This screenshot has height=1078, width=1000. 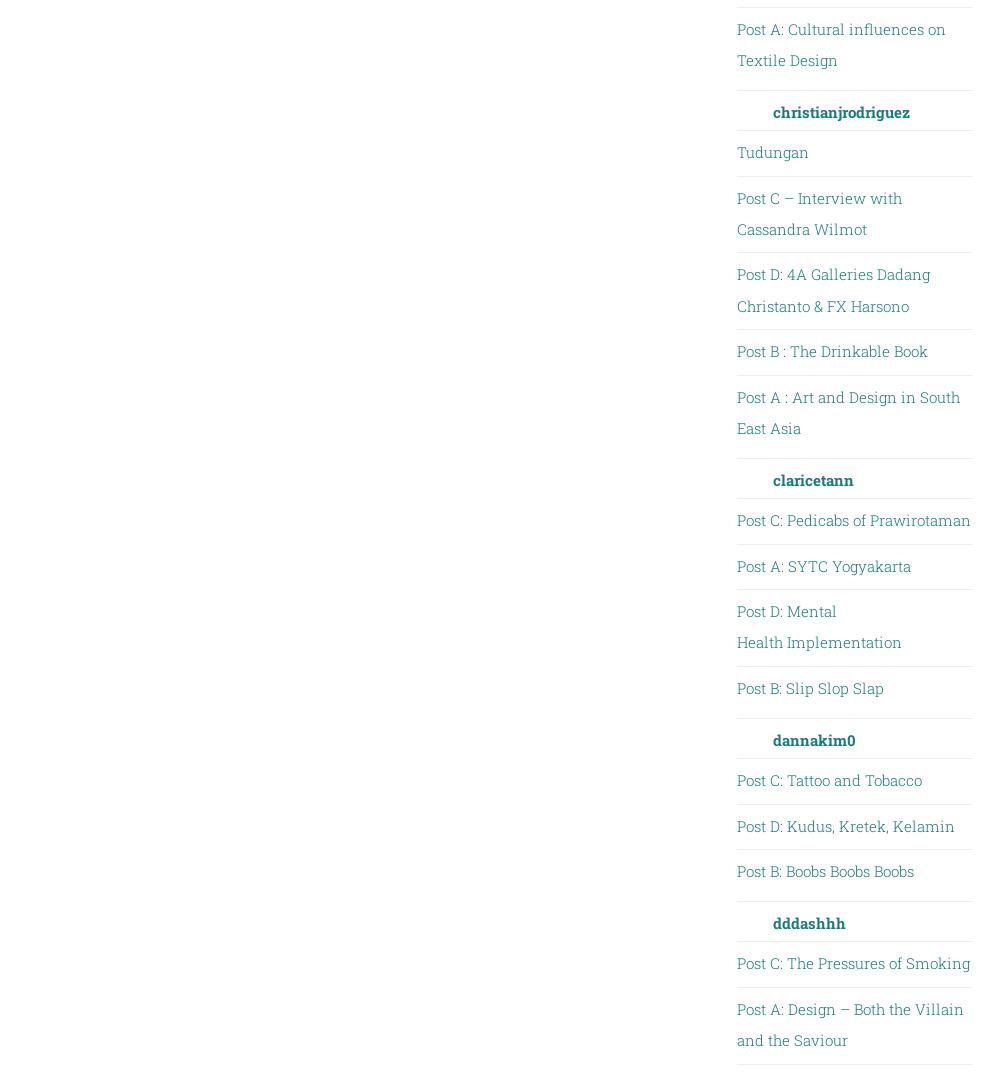 I want to click on 'Post C: The Pressures of Smoking', so click(x=851, y=961).